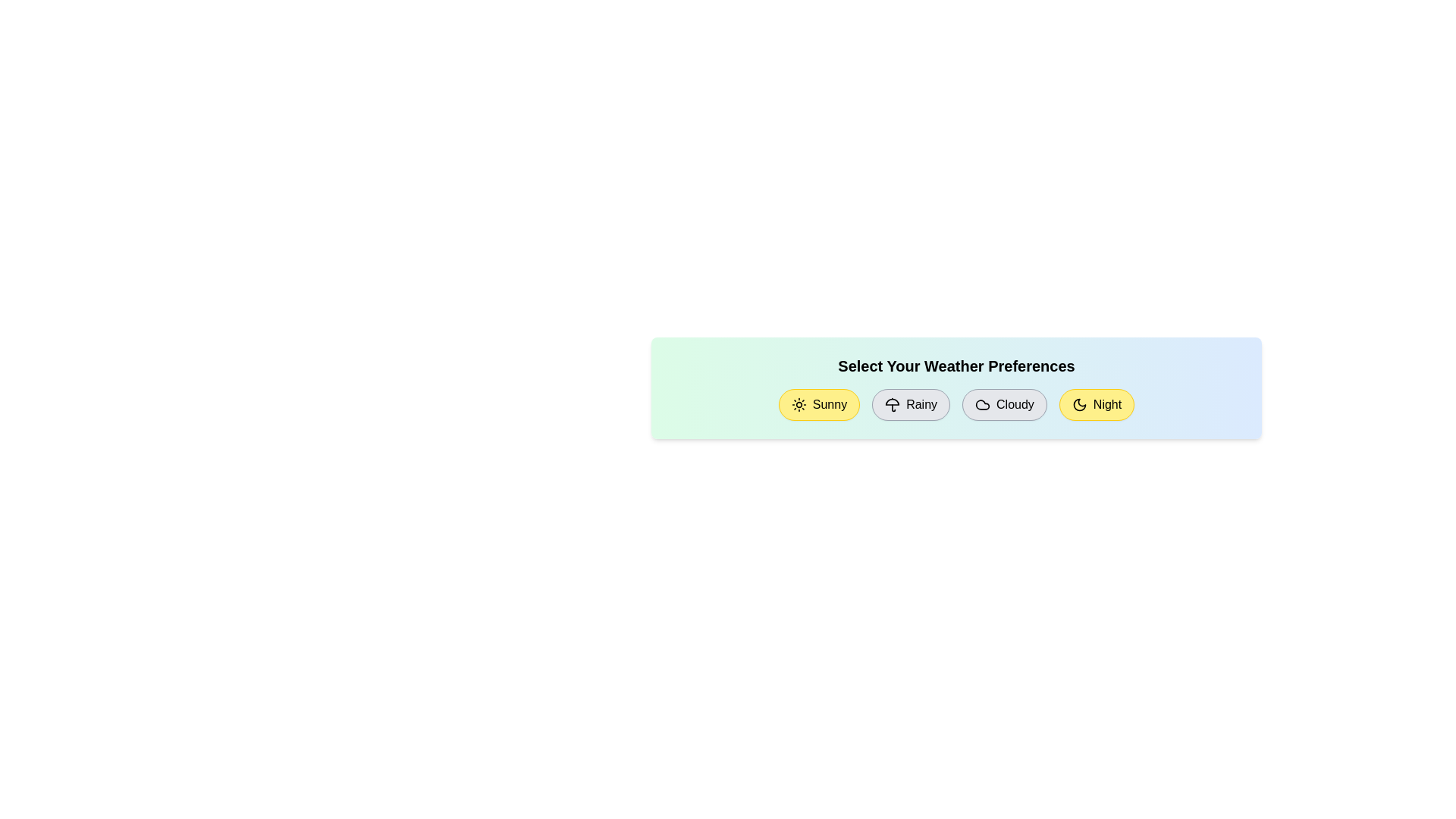  What do you see at coordinates (1096, 403) in the screenshot?
I see `the weather chip corresponding to Night` at bounding box center [1096, 403].